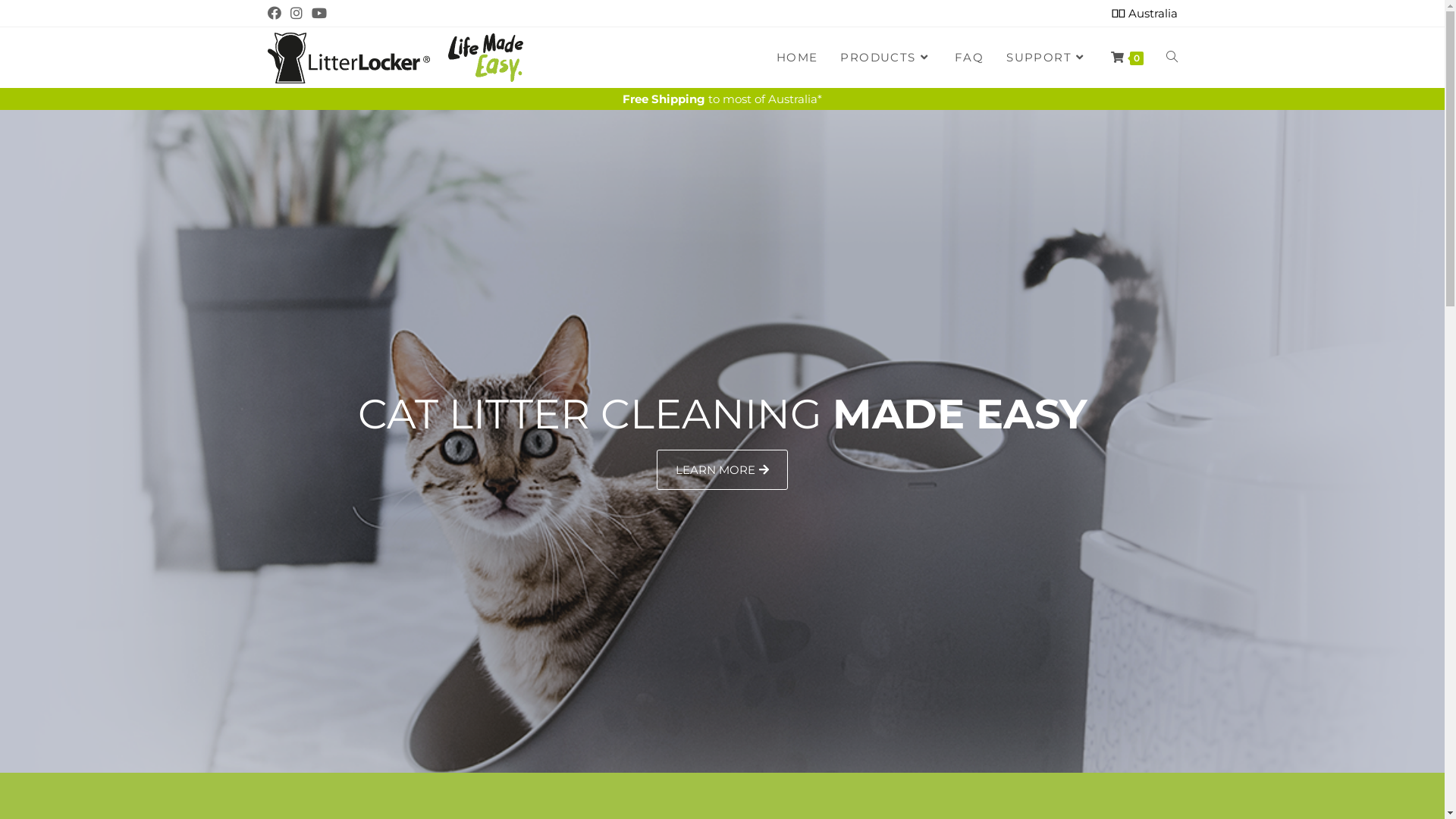  I want to click on 'SUPPORT', so click(1046, 57).